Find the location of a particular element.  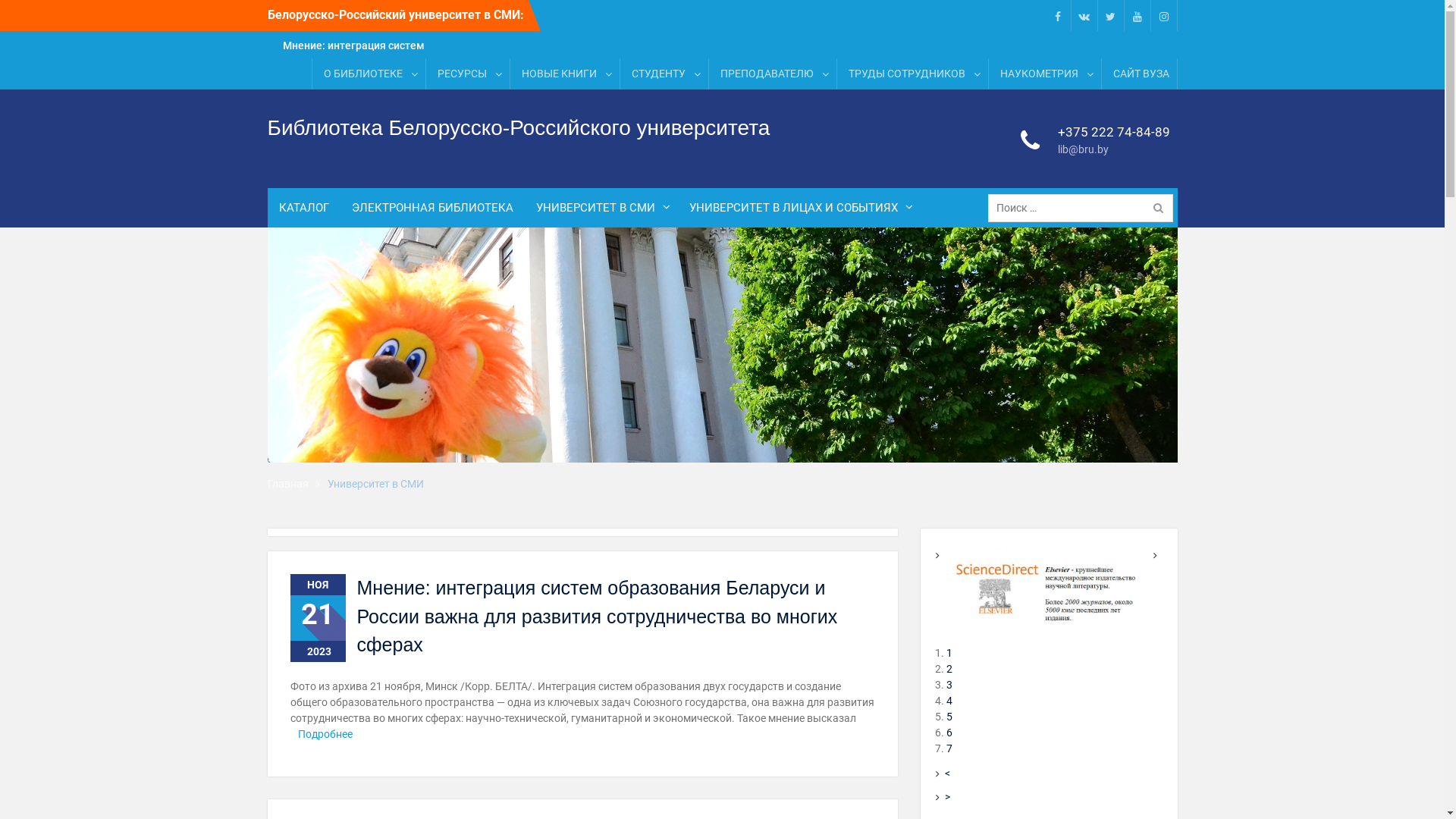

'1' is located at coordinates (949, 651).